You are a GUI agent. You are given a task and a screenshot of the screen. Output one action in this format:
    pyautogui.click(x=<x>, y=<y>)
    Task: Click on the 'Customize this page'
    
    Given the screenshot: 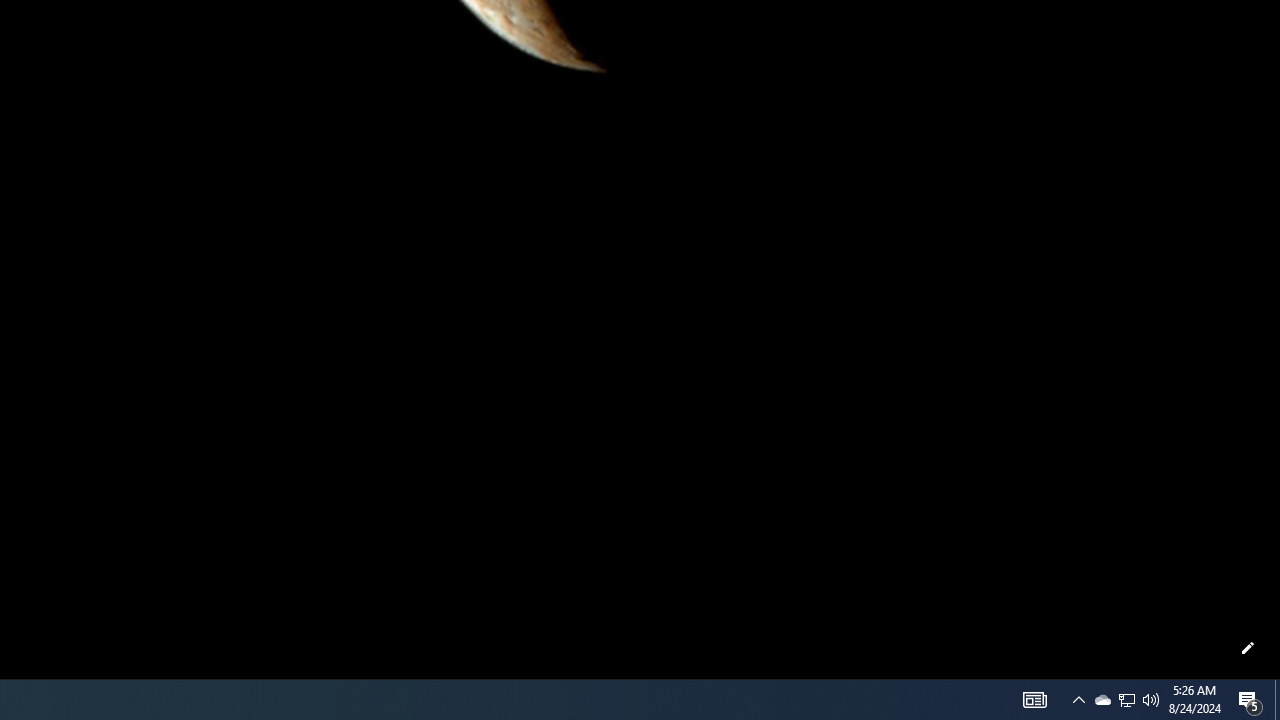 What is the action you would take?
    pyautogui.click(x=1247, y=648)
    